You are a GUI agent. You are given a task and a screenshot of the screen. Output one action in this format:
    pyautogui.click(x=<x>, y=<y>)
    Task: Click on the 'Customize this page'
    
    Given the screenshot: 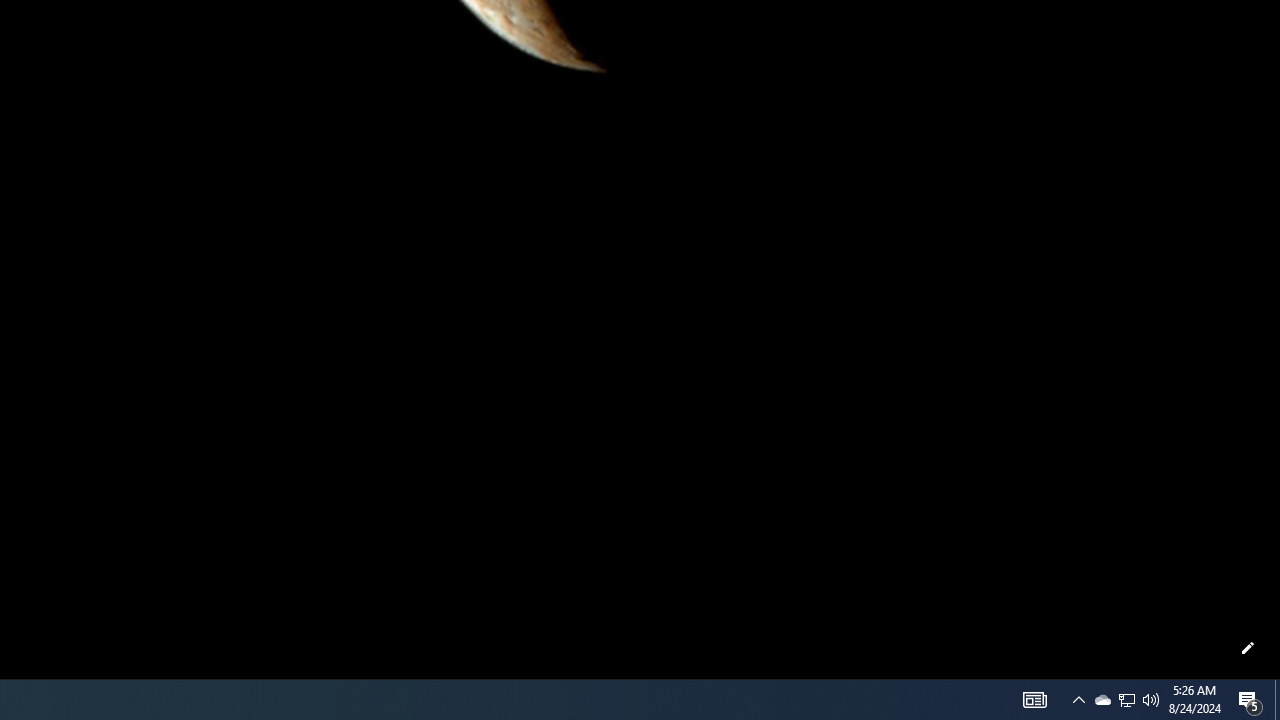 What is the action you would take?
    pyautogui.click(x=1247, y=648)
    